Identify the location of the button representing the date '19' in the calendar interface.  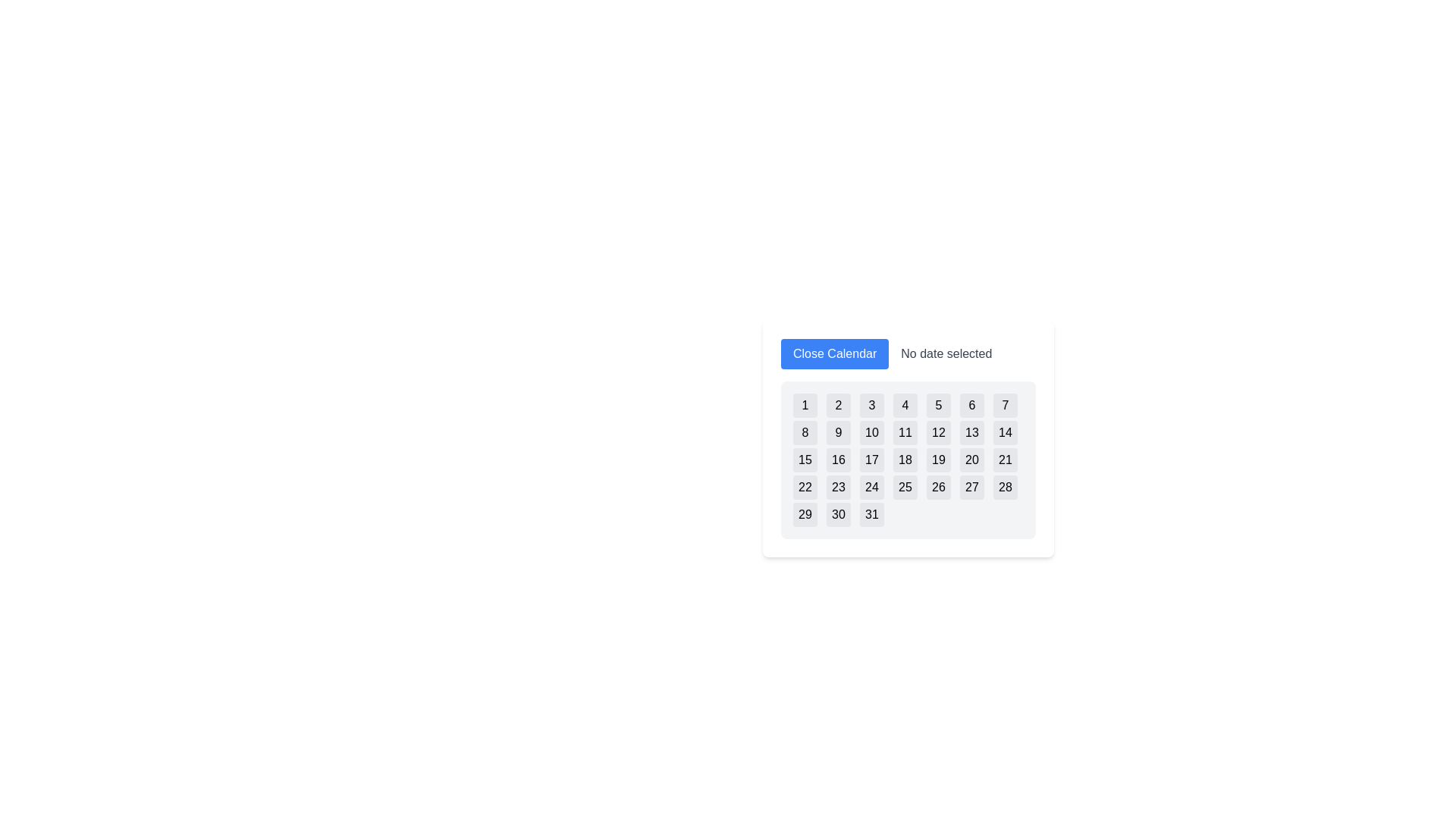
(938, 459).